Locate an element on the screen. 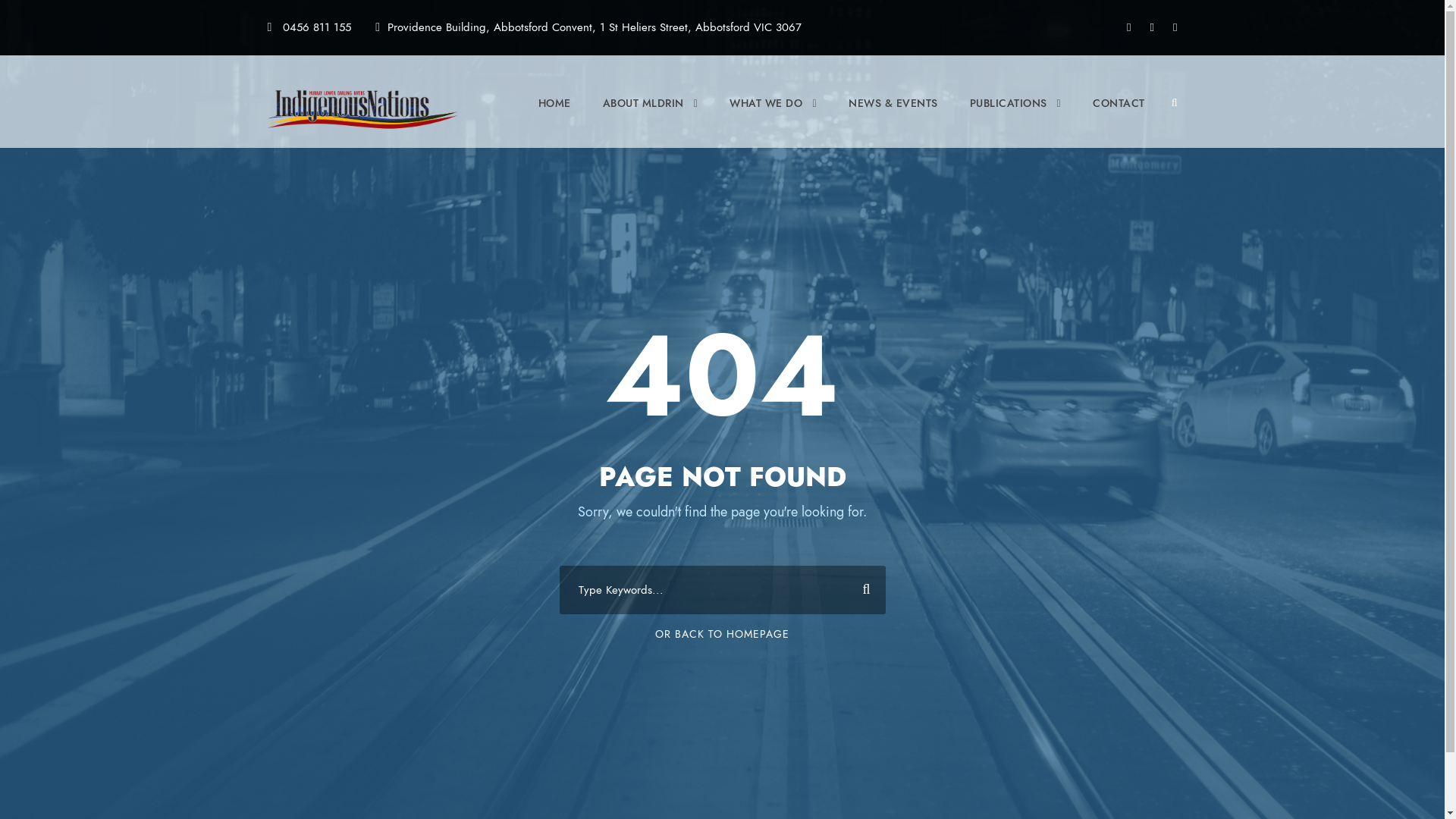 Image resolution: width=1456 pixels, height=819 pixels. 'PUBLICATIONS' is located at coordinates (1015, 116).